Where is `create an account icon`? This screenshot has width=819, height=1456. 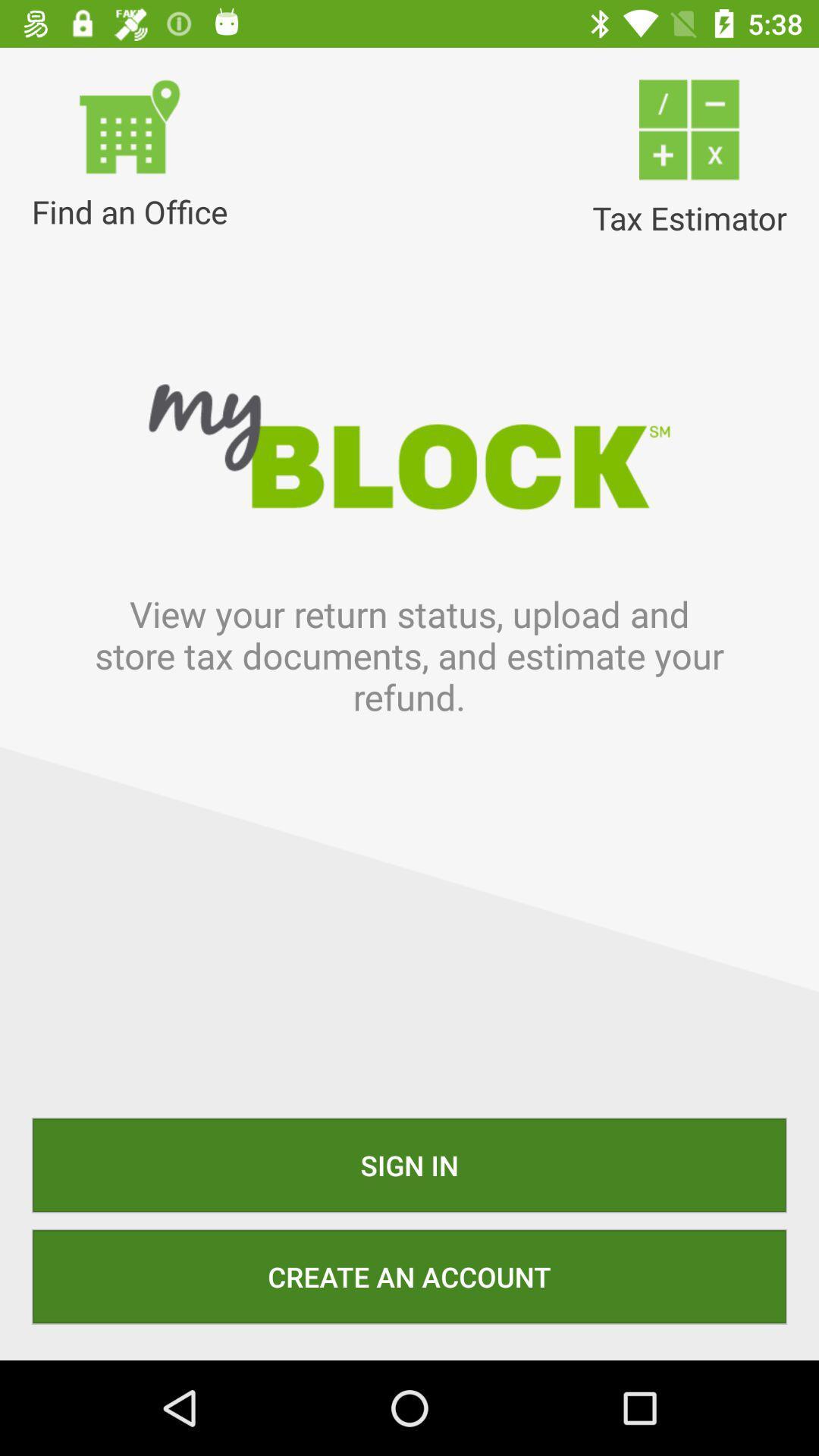
create an account icon is located at coordinates (409, 1276).